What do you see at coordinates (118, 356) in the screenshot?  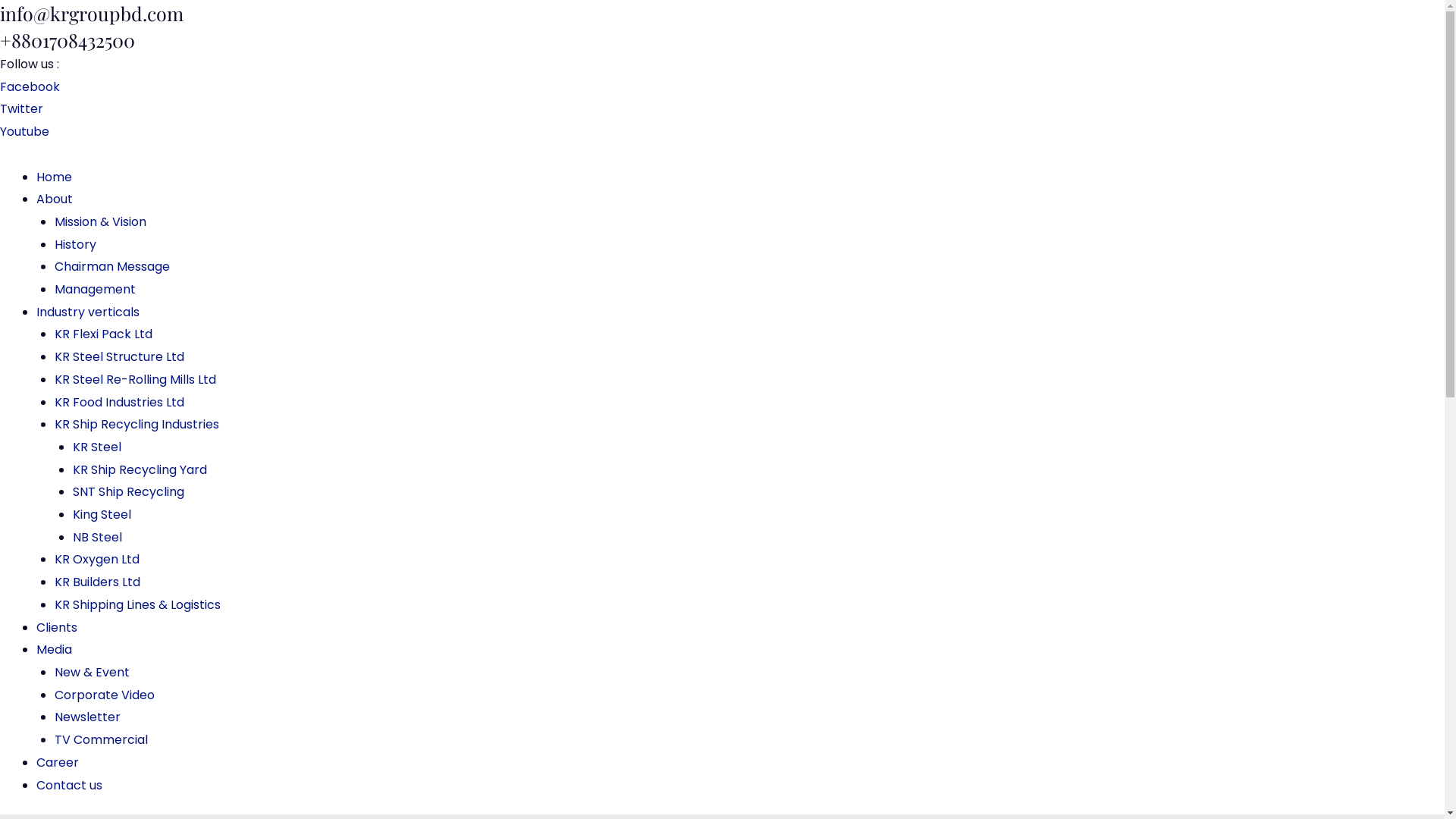 I see `'KR Steel Structure Ltd'` at bounding box center [118, 356].